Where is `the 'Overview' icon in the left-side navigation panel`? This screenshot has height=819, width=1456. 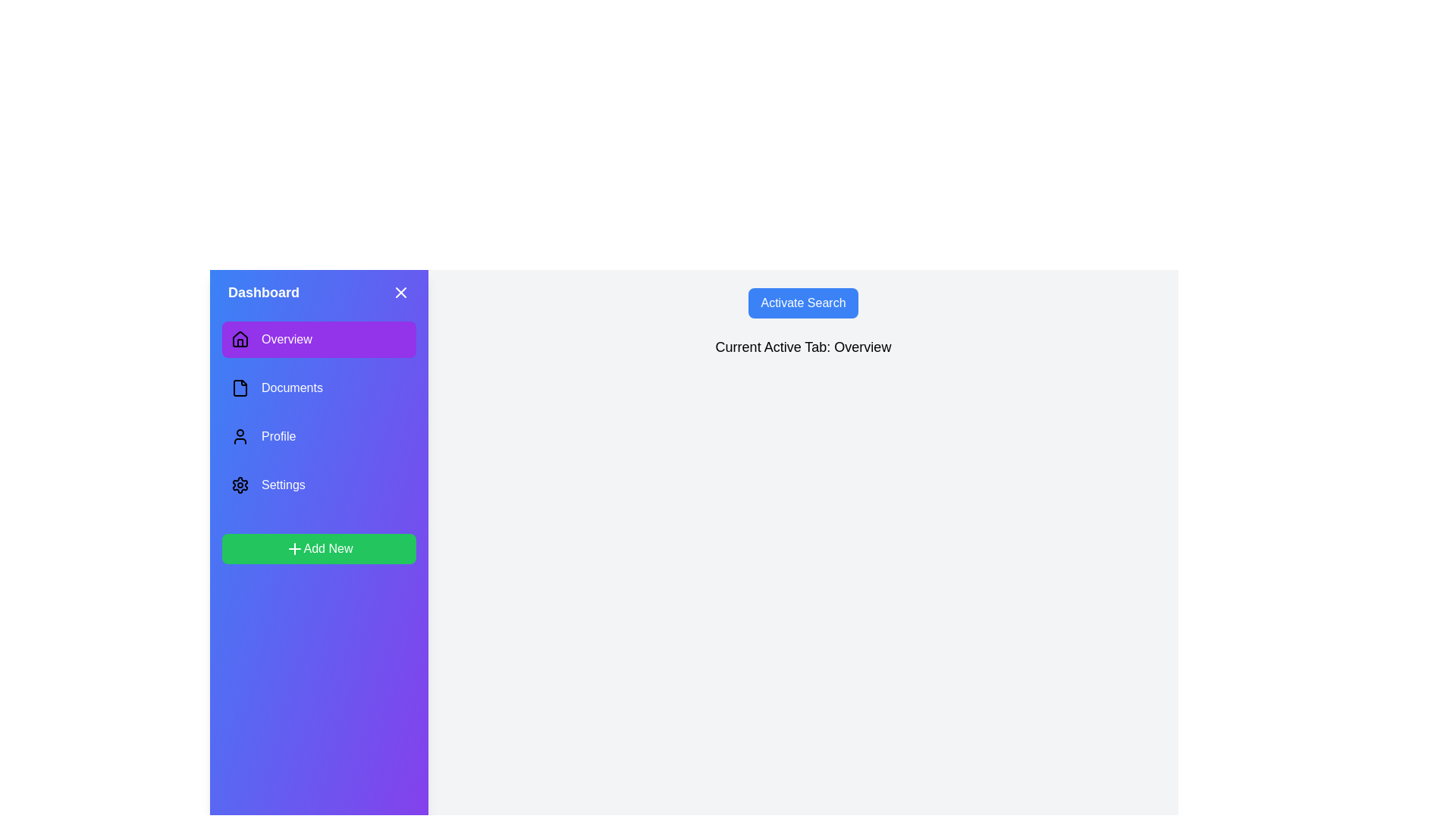 the 'Overview' icon in the left-side navigation panel is located at coordinates (239, 338).